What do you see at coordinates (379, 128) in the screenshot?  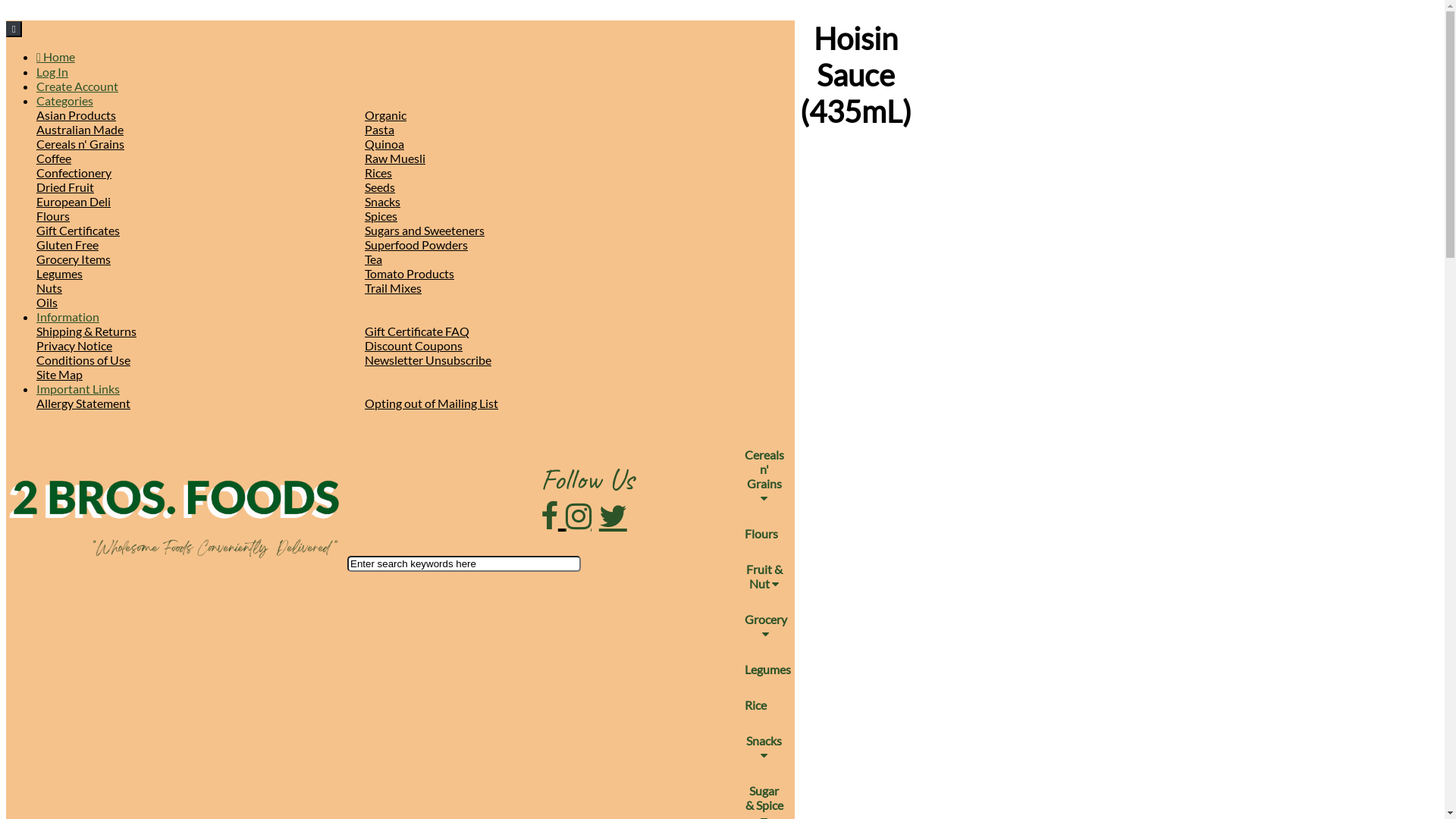 I see `'Pasta'` at bounding box center [379, 128].